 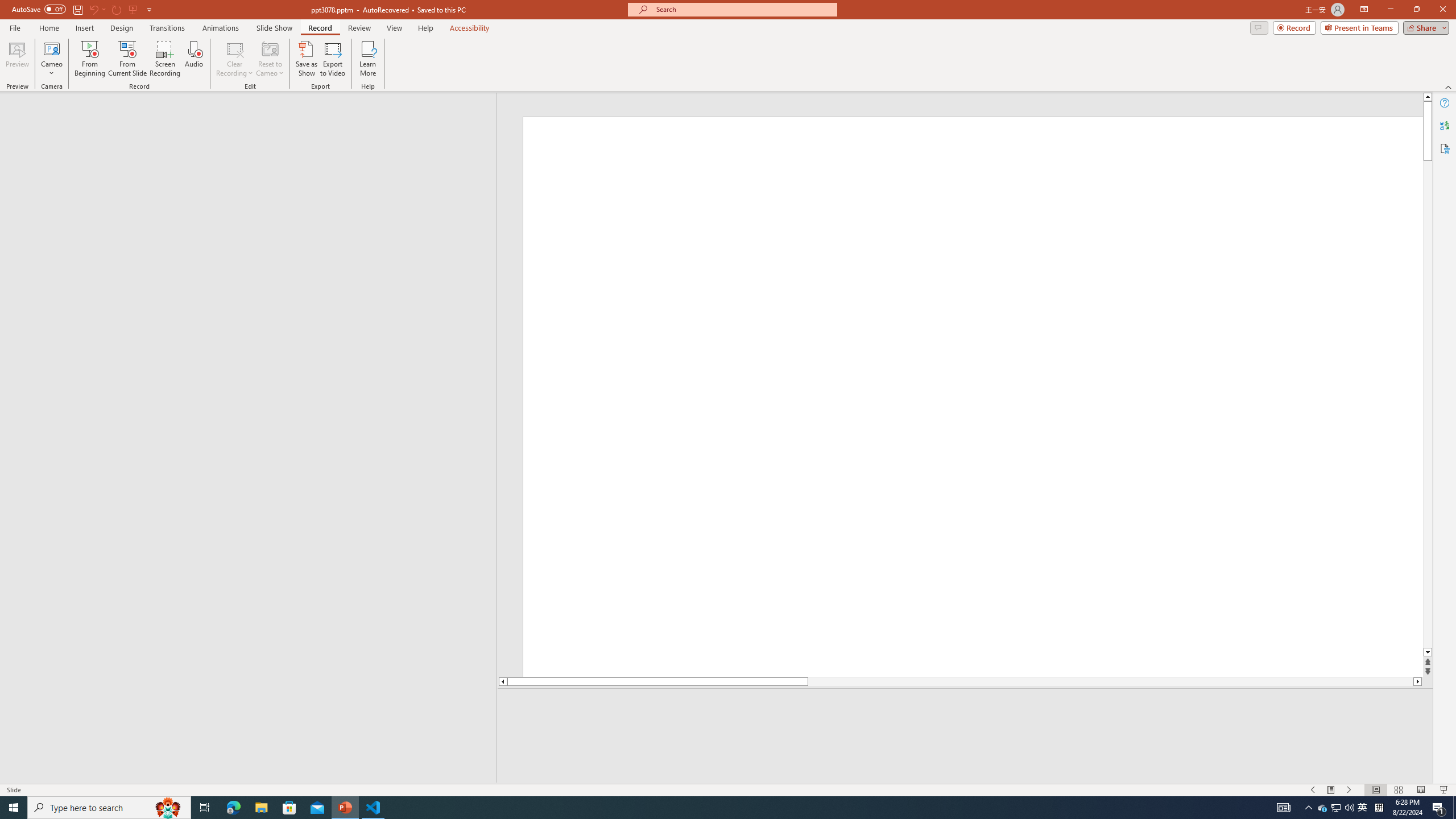 What do you see at coordinates (306, 59) in the screenshot?
I see `'Save as Show'` at bounding box center [306, 59].